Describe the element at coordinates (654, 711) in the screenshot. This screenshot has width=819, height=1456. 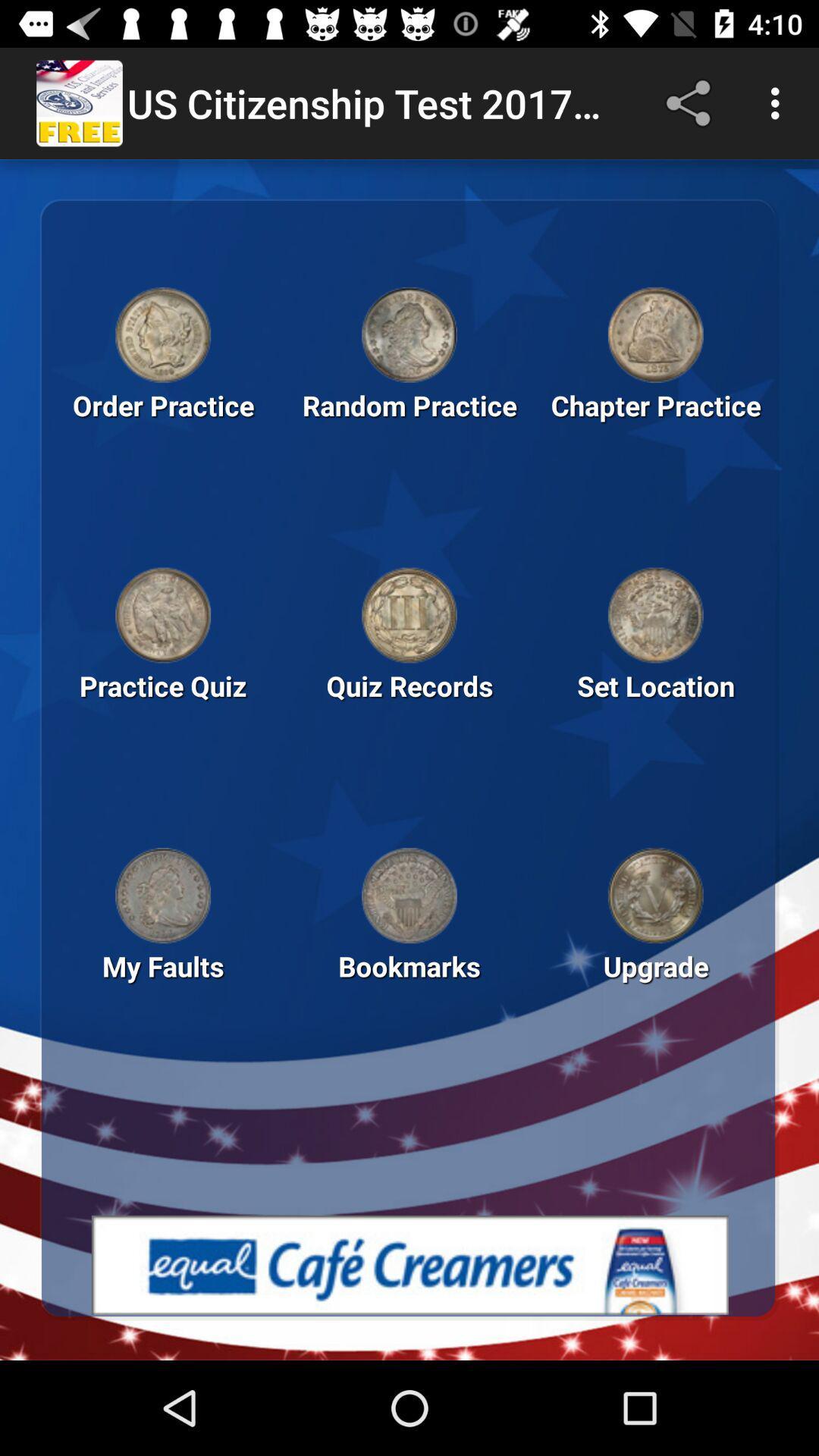
I see `the text which is right to the text quiz records` at that location.